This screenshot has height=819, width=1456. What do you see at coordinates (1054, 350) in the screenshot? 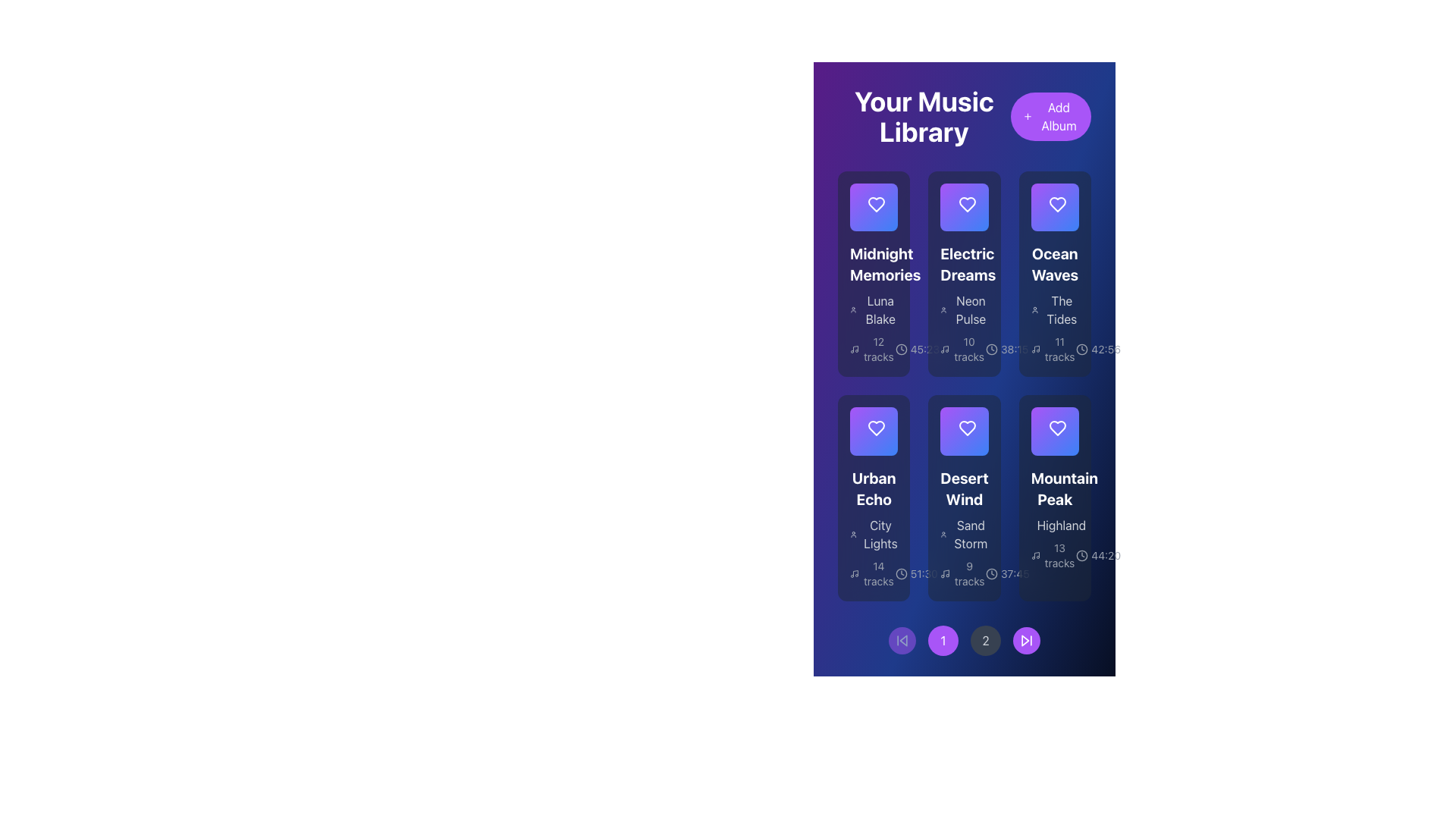
I see `the text label indicating the number of tracks in the "Ocean Waves" album, which is located at the bottom of the third column in the grid layout of music albums` at bounding box center [1054, 350].